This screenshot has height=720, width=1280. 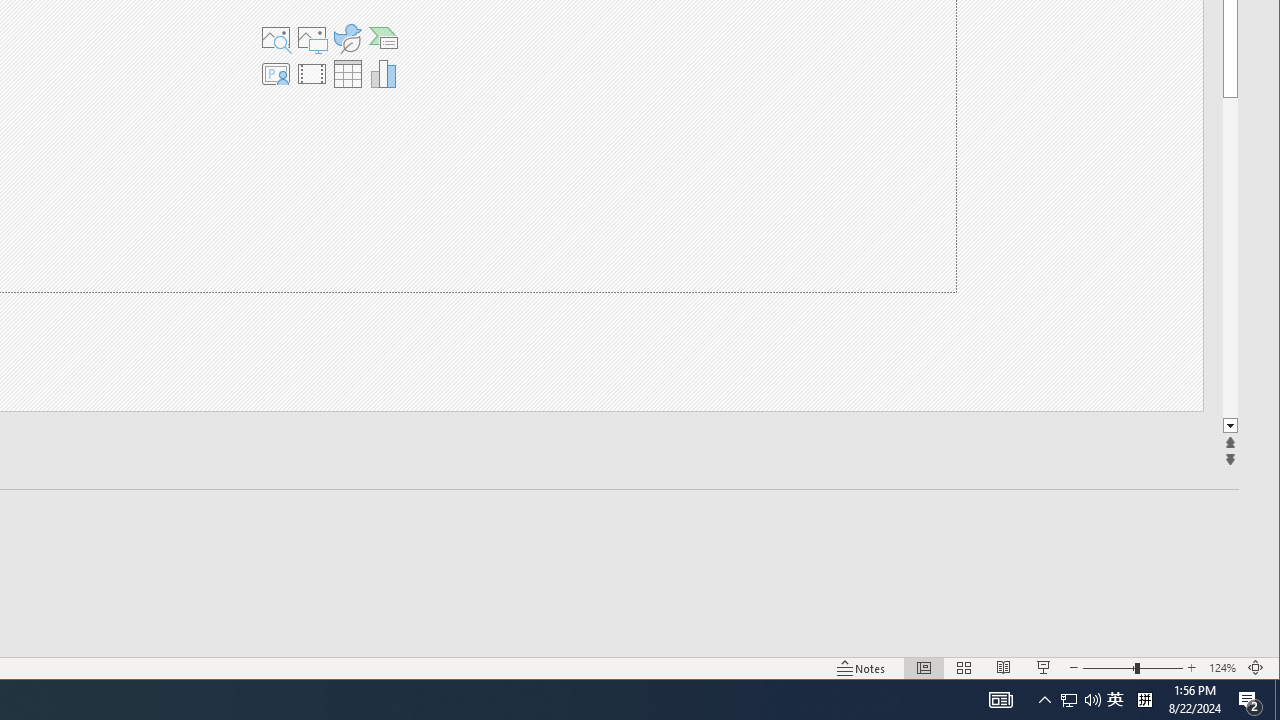 I want to click on 'Insert Video', so click(x=310, y=73).